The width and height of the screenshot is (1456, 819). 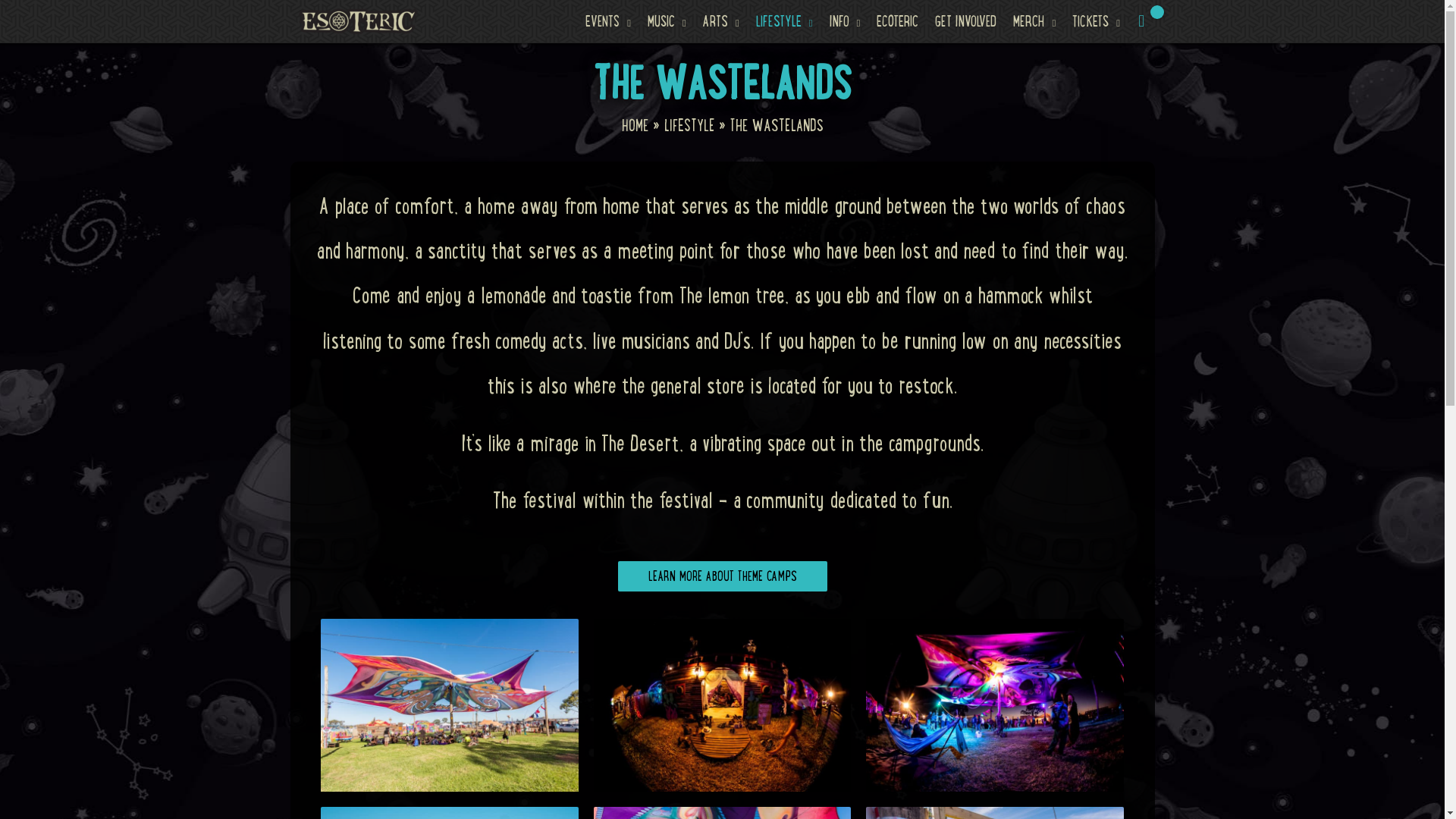 I want to click on 'HOME', so click(x=635, y=124).